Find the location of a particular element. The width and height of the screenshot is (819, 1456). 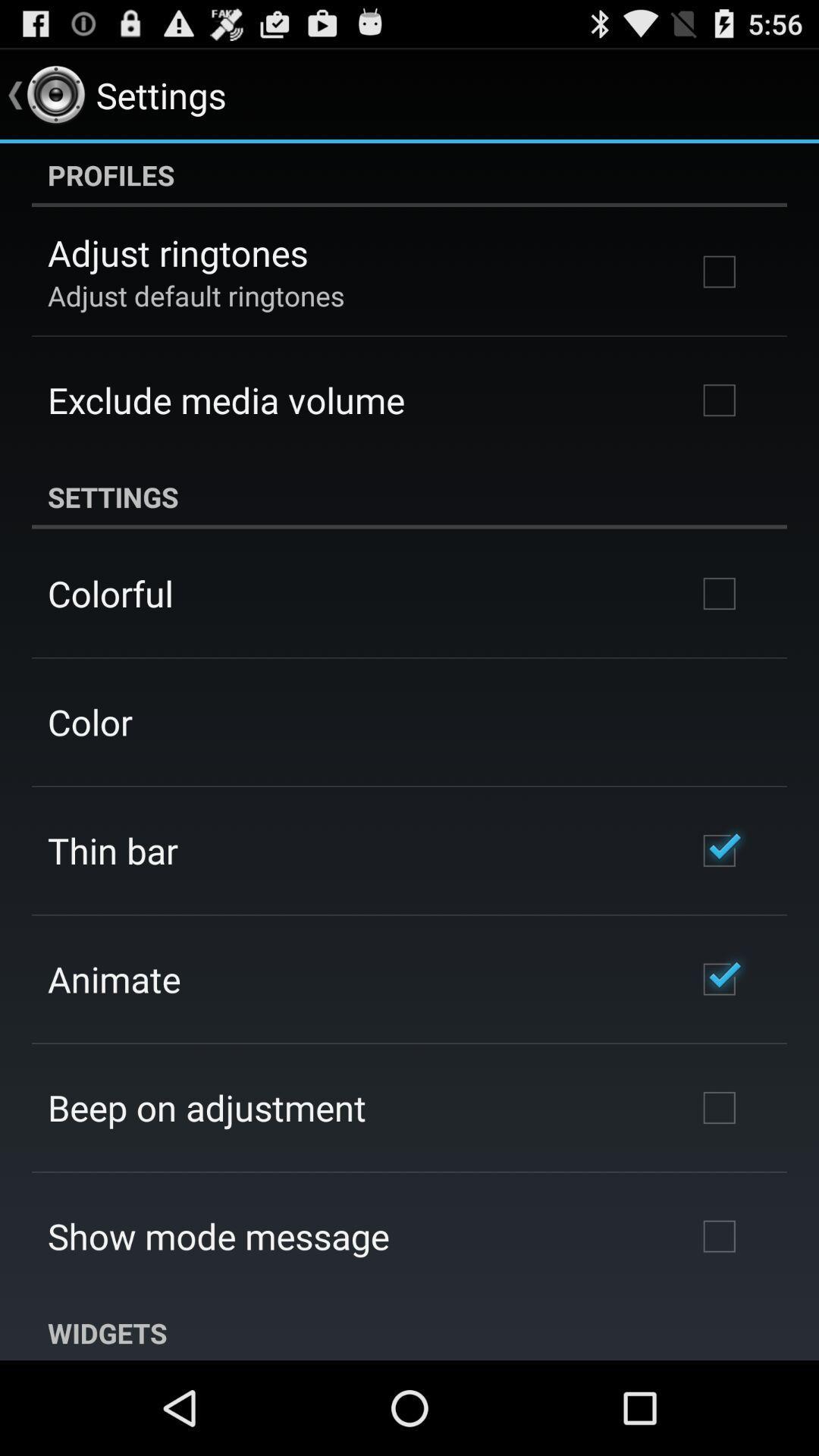

the color app is located at coordinates (89, 721).